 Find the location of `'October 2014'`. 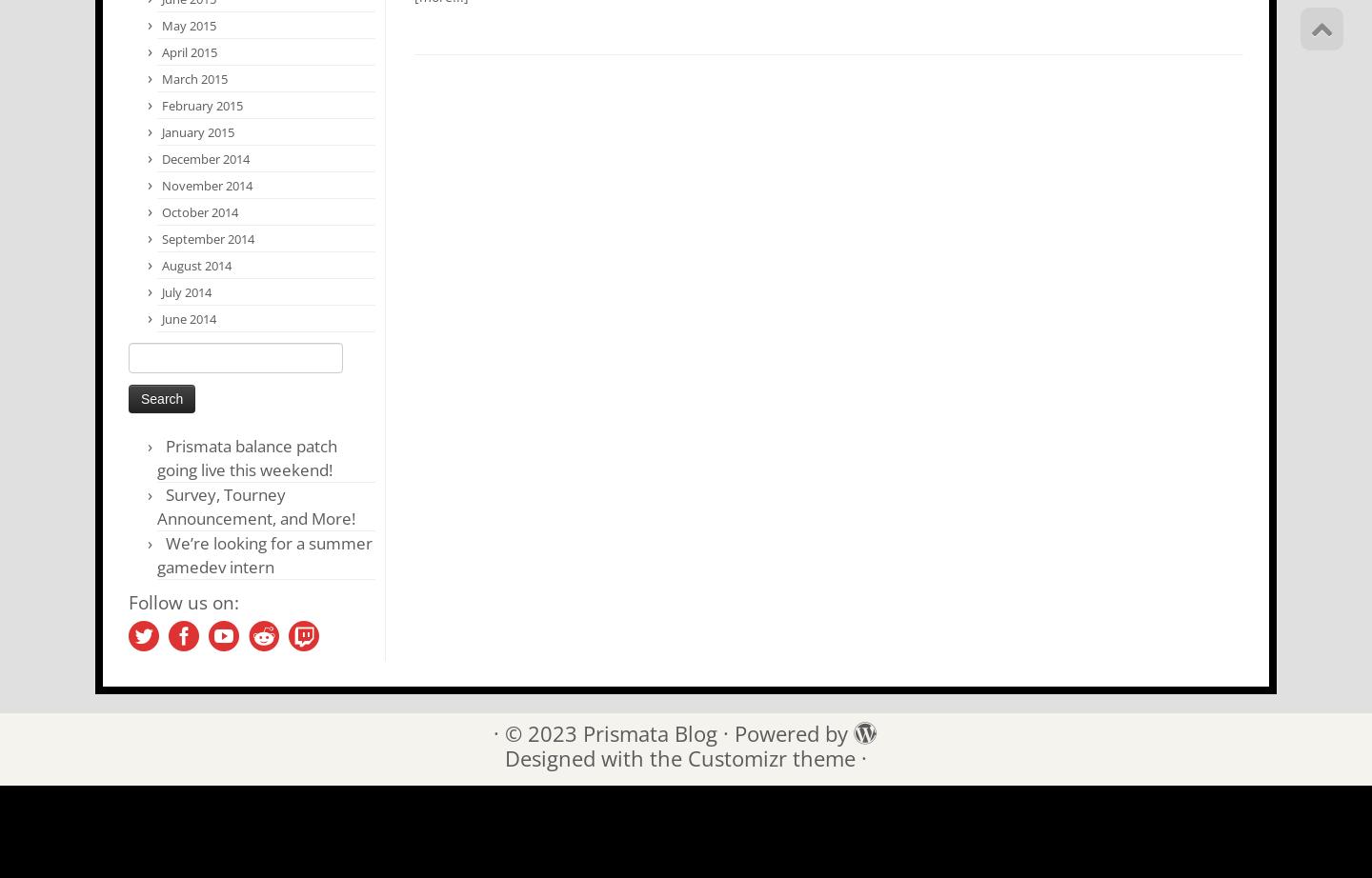

'October 2014' is located at coordinates (199, 212).